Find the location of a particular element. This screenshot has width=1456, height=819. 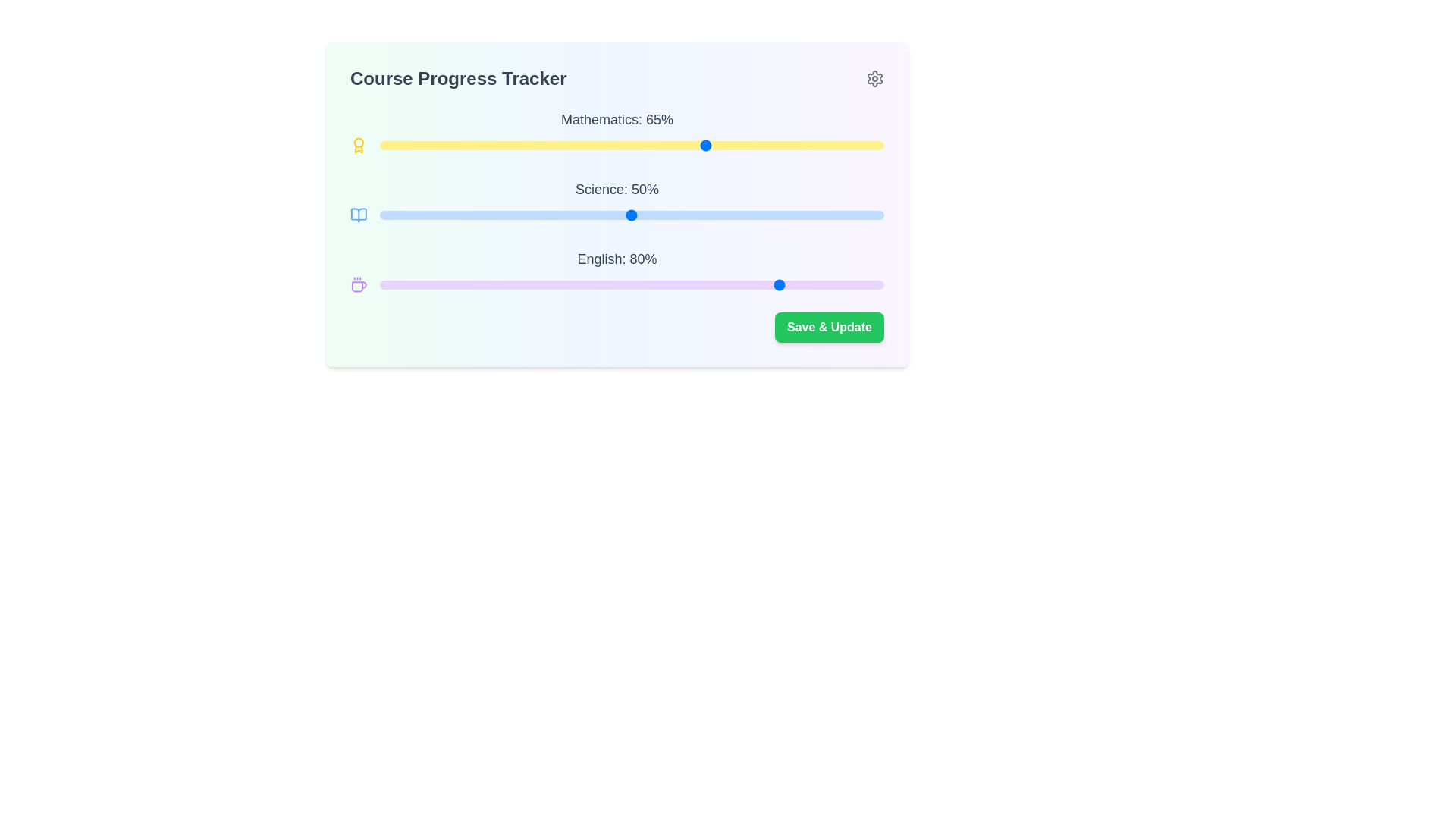

the mathematics progress slider is located at coordinates (874, 146).